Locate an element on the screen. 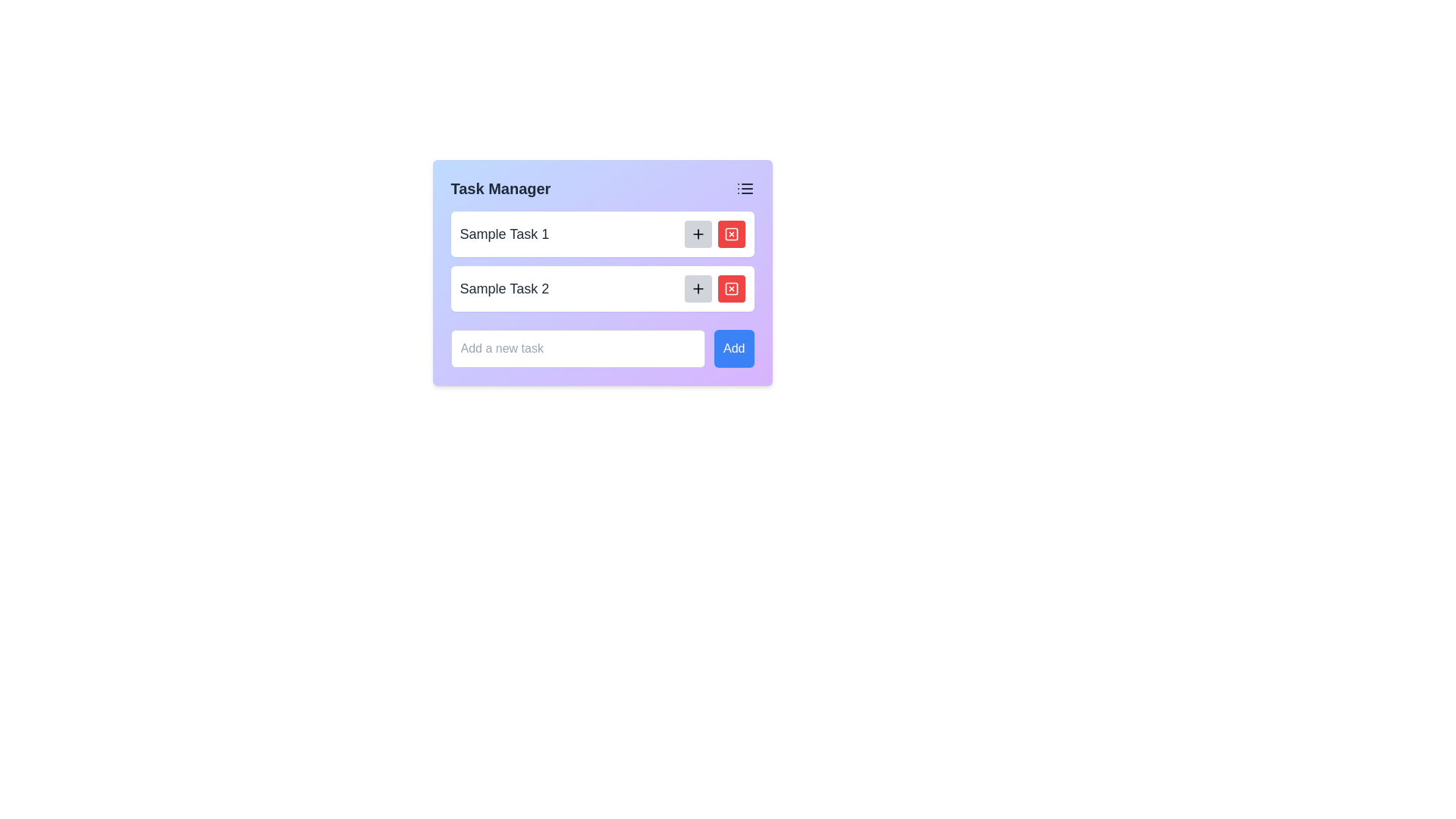 Image resolution: width=1456 pixels, height=819 pixels. the second button with an X icon in the horizontal layout to the right of 'Sample Task 2' is located at coordinates (731, 289).